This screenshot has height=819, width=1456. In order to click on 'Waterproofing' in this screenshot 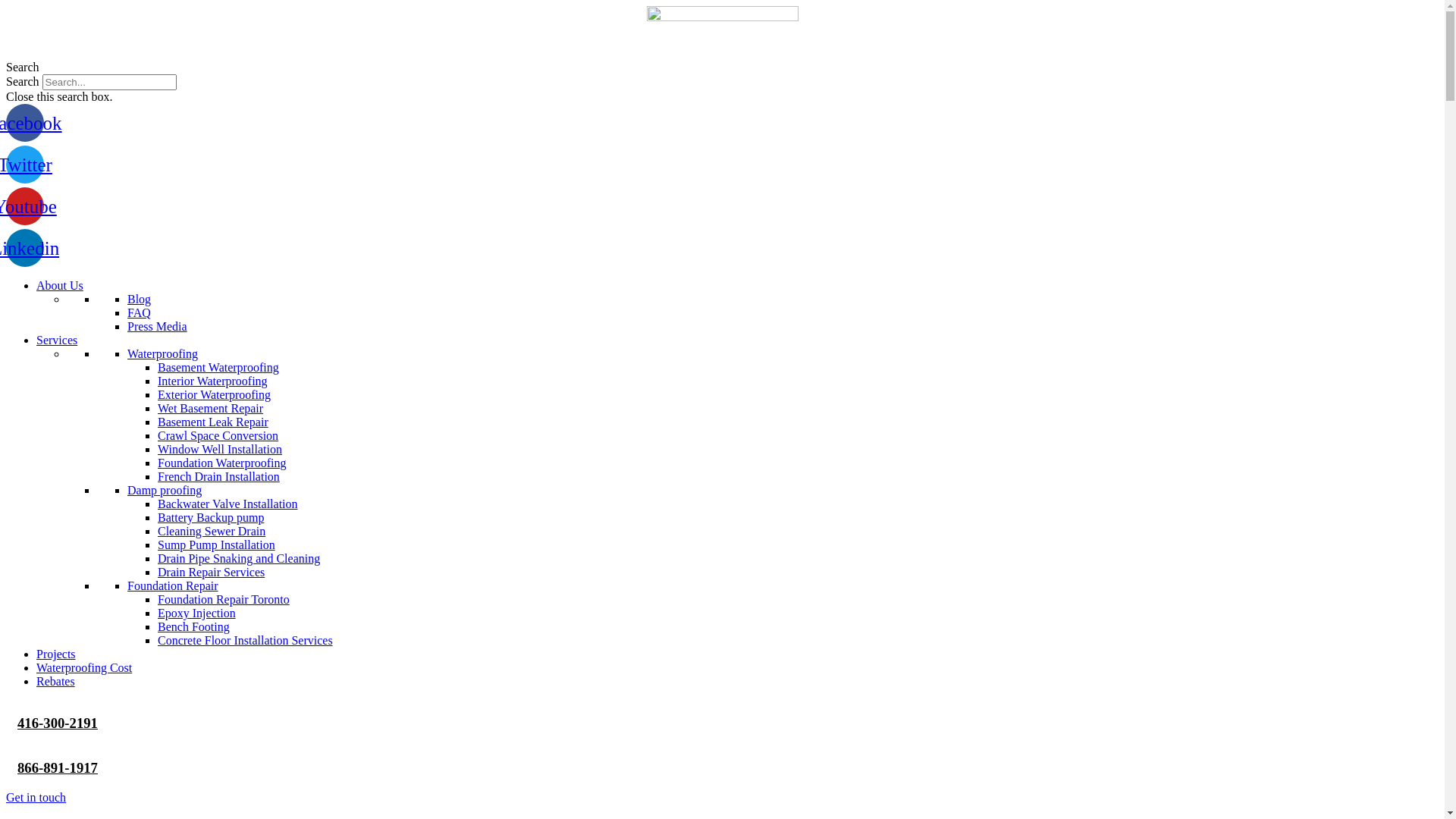, I will do `click(162, 353)`.